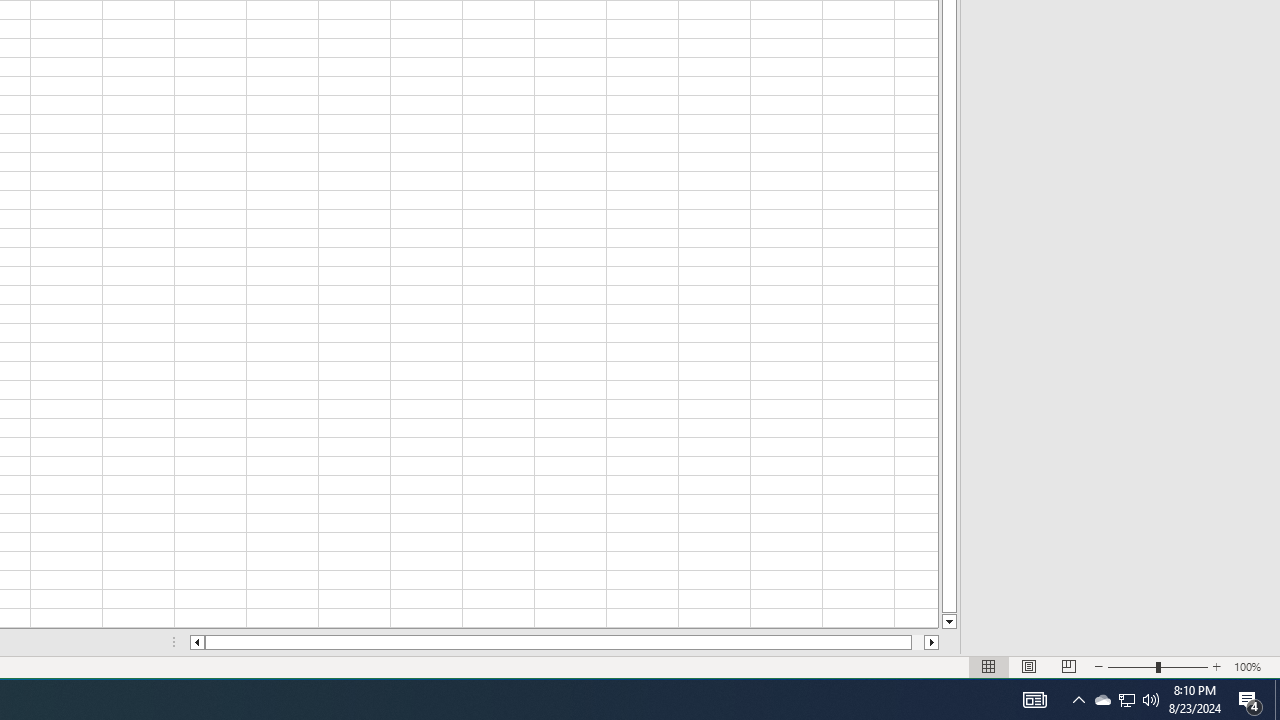 The height and width of the screenshot is (720, 1280). I want to click on 'Action Center, 4 new notifications', so click(1250, 698).